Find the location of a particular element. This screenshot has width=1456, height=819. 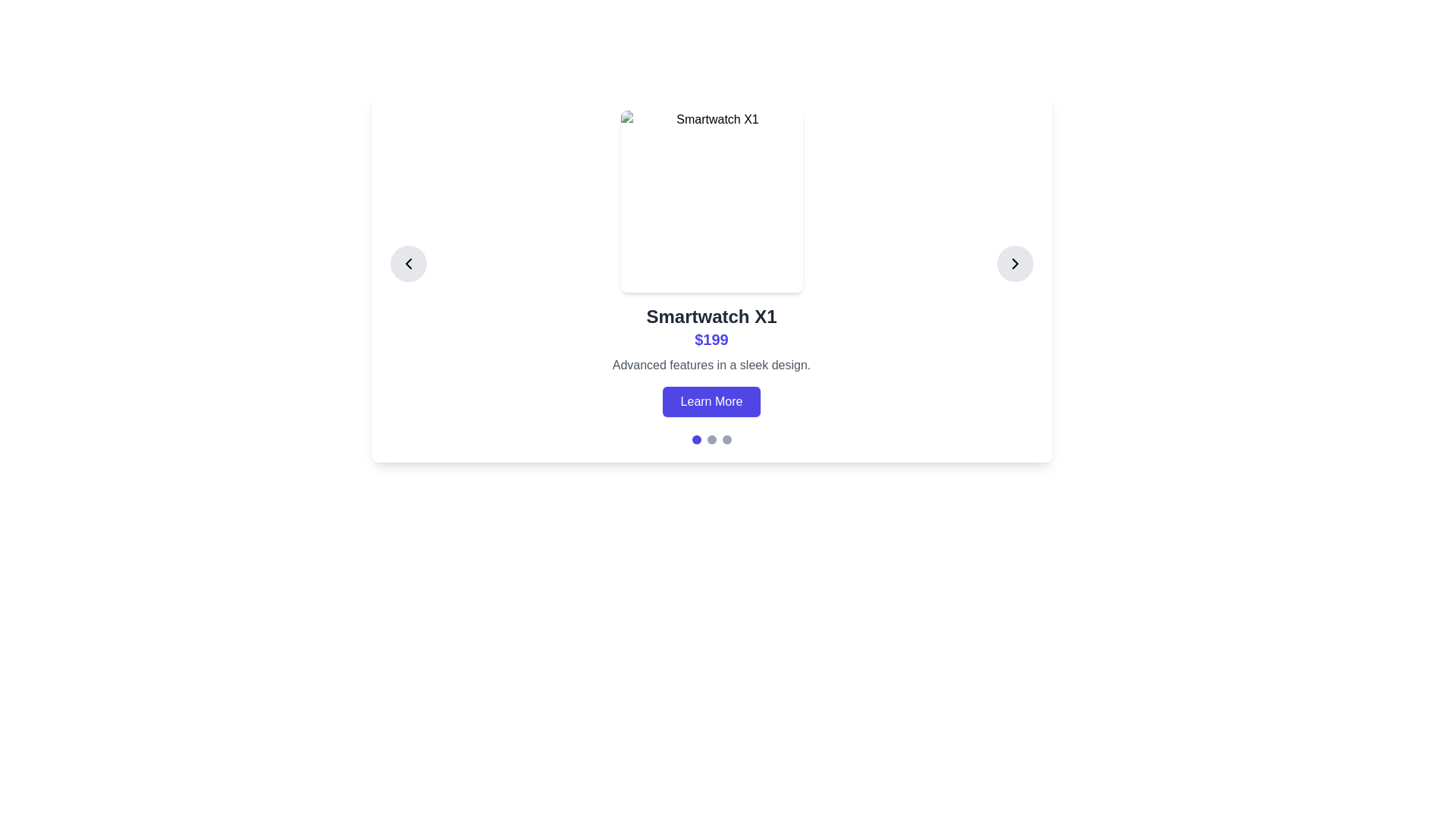

the third navigation dot located at the bottom-center of the UI is located at coordinates (726, 439).